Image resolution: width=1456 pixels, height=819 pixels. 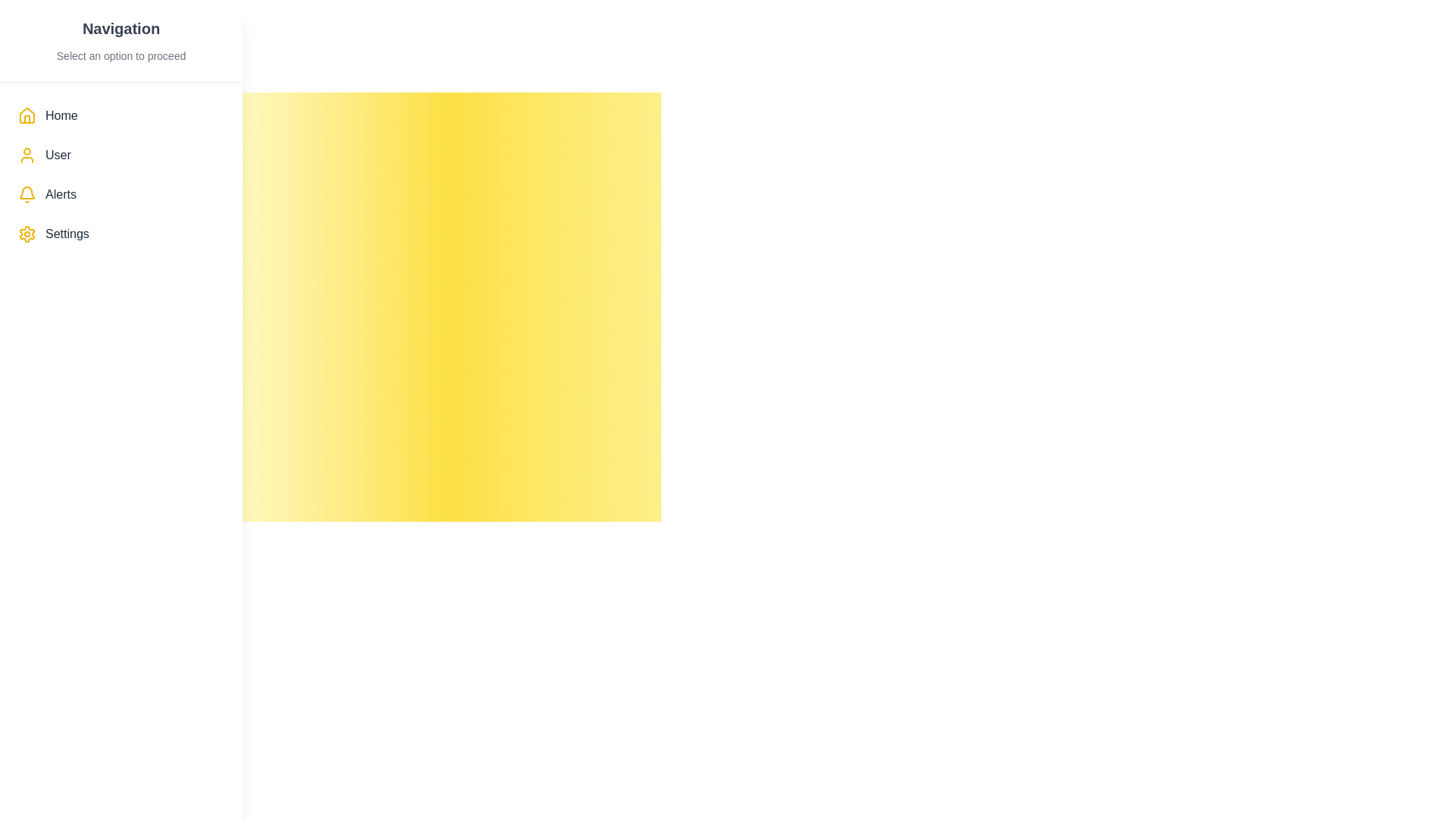 What do you see at coordinates (61, 194) in the screenshot?
I see `the 'Alerts' text label in the sidebar menu, which is the third item following 'Home' and 'User', and preceding 'Settings', accompanied by a bell icon` at bounding box center [61, 194].